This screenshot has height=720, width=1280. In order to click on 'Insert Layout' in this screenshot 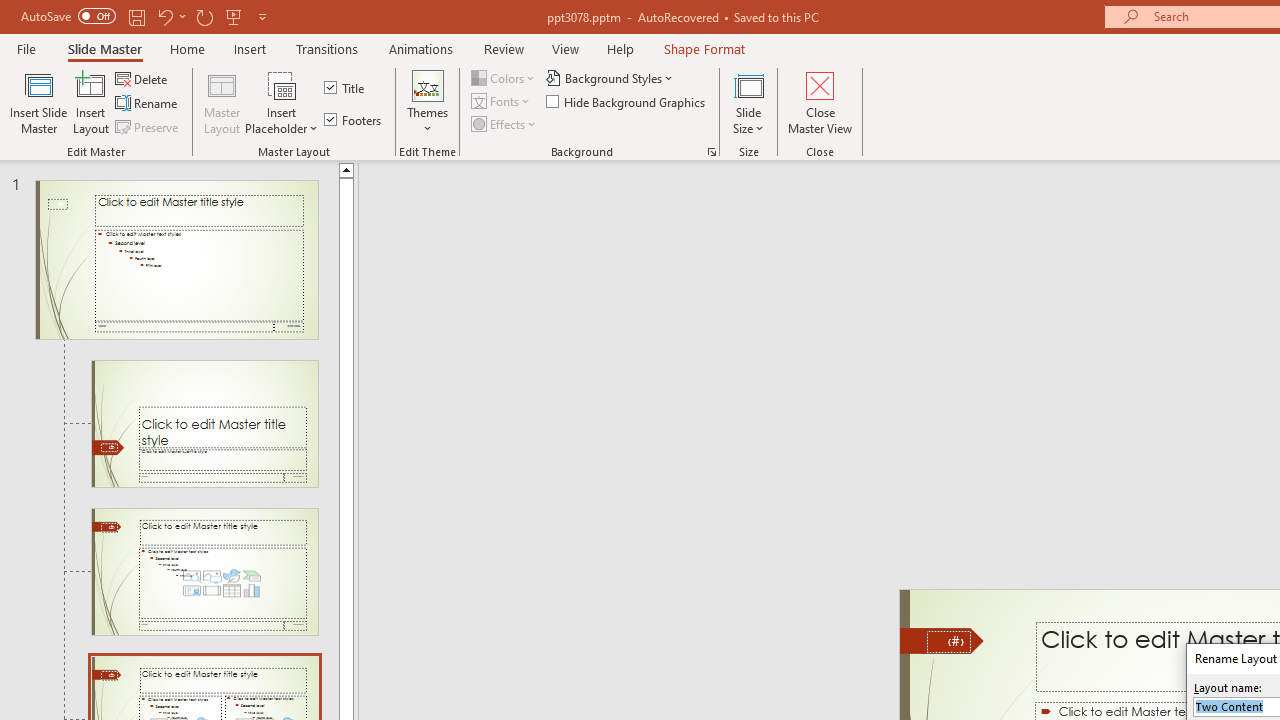, I will do `click(90, 103)`.